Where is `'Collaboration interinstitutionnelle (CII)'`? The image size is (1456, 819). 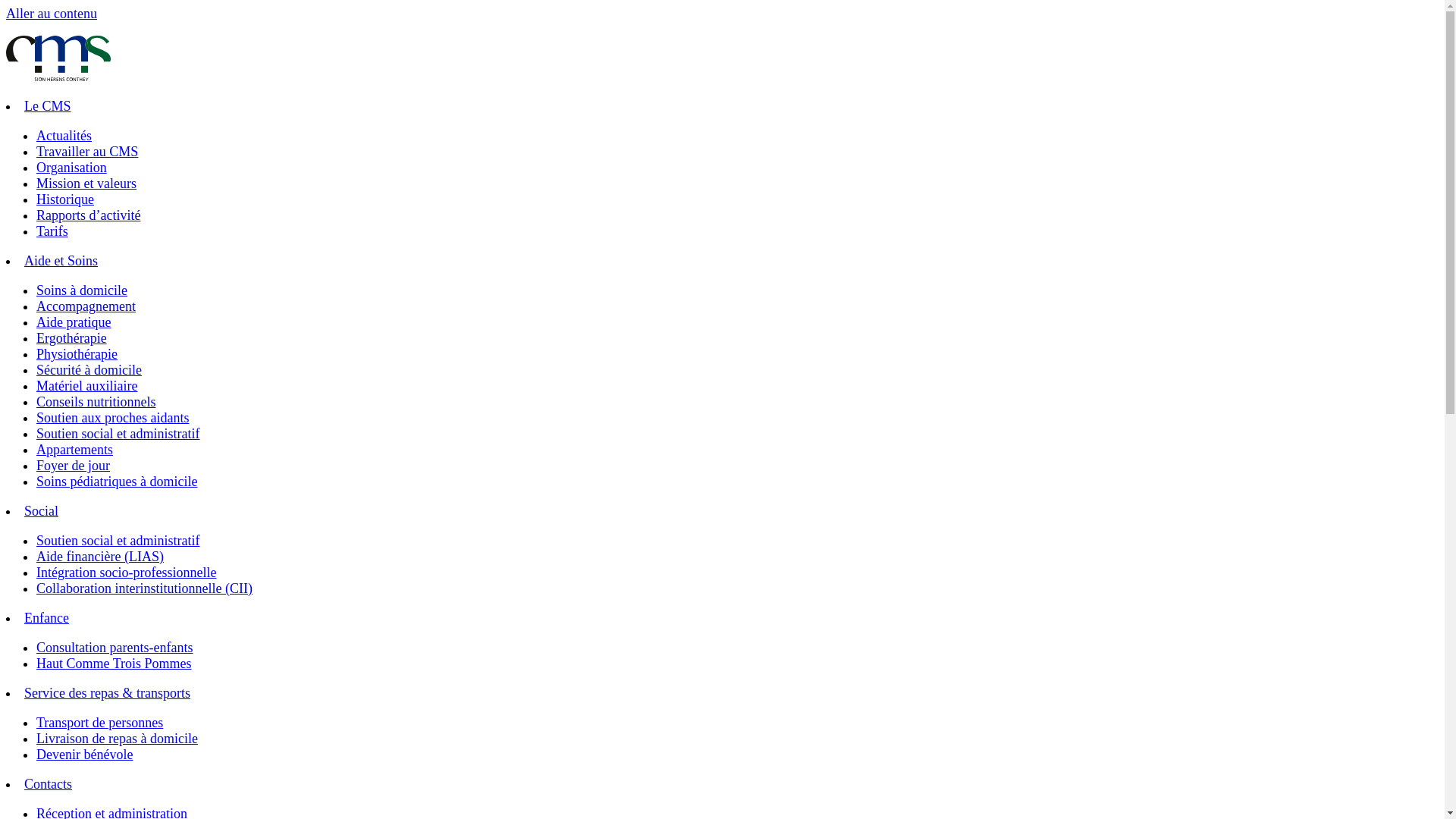
'Collaboration interinstitutionnelle (CII)' is located at coordinates (144, 587).